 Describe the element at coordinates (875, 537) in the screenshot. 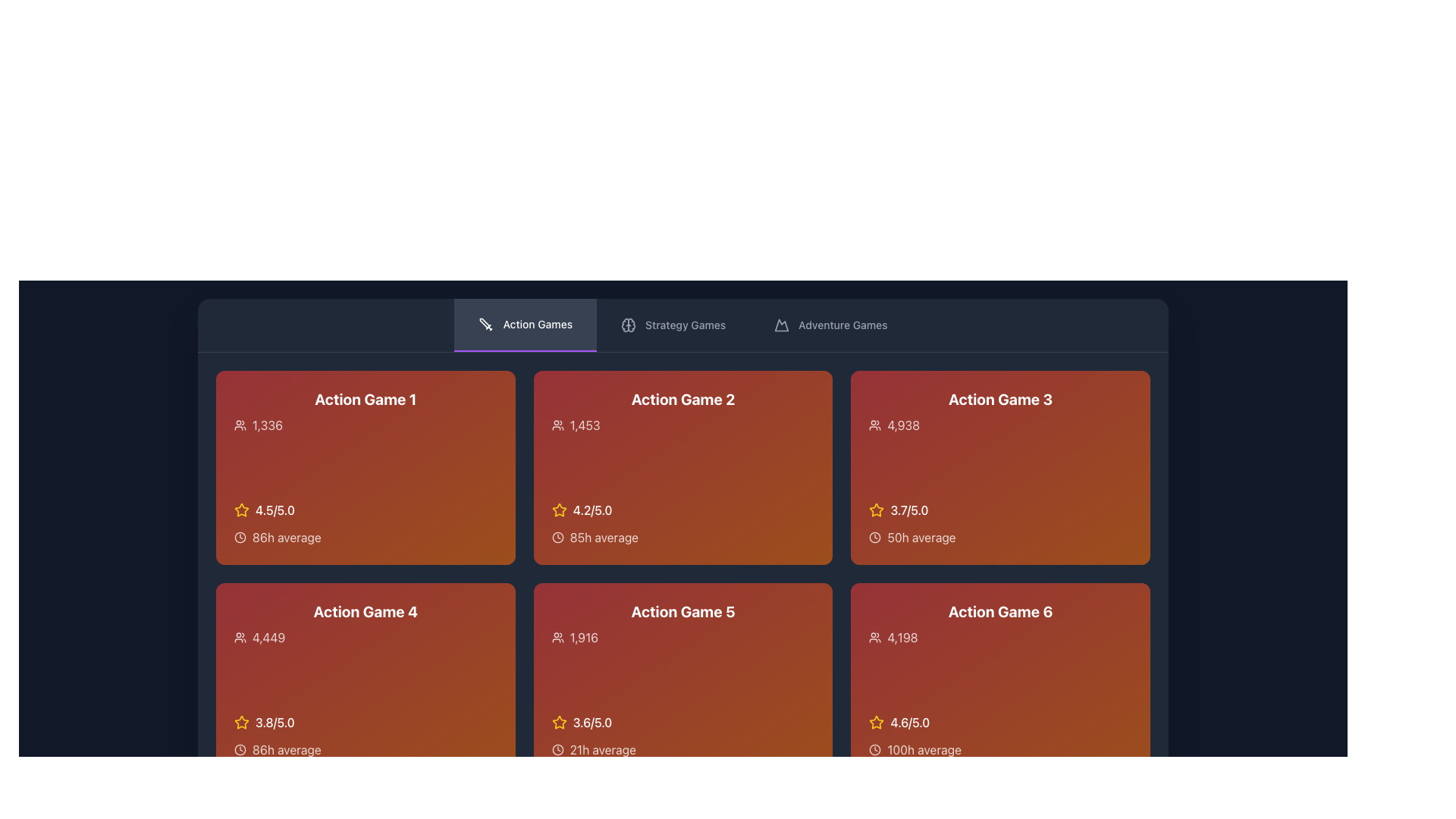

I see `the circular graphic element within the SVG clock icon located in the third card of the grid layout under 'Action Game 3'` at that location.